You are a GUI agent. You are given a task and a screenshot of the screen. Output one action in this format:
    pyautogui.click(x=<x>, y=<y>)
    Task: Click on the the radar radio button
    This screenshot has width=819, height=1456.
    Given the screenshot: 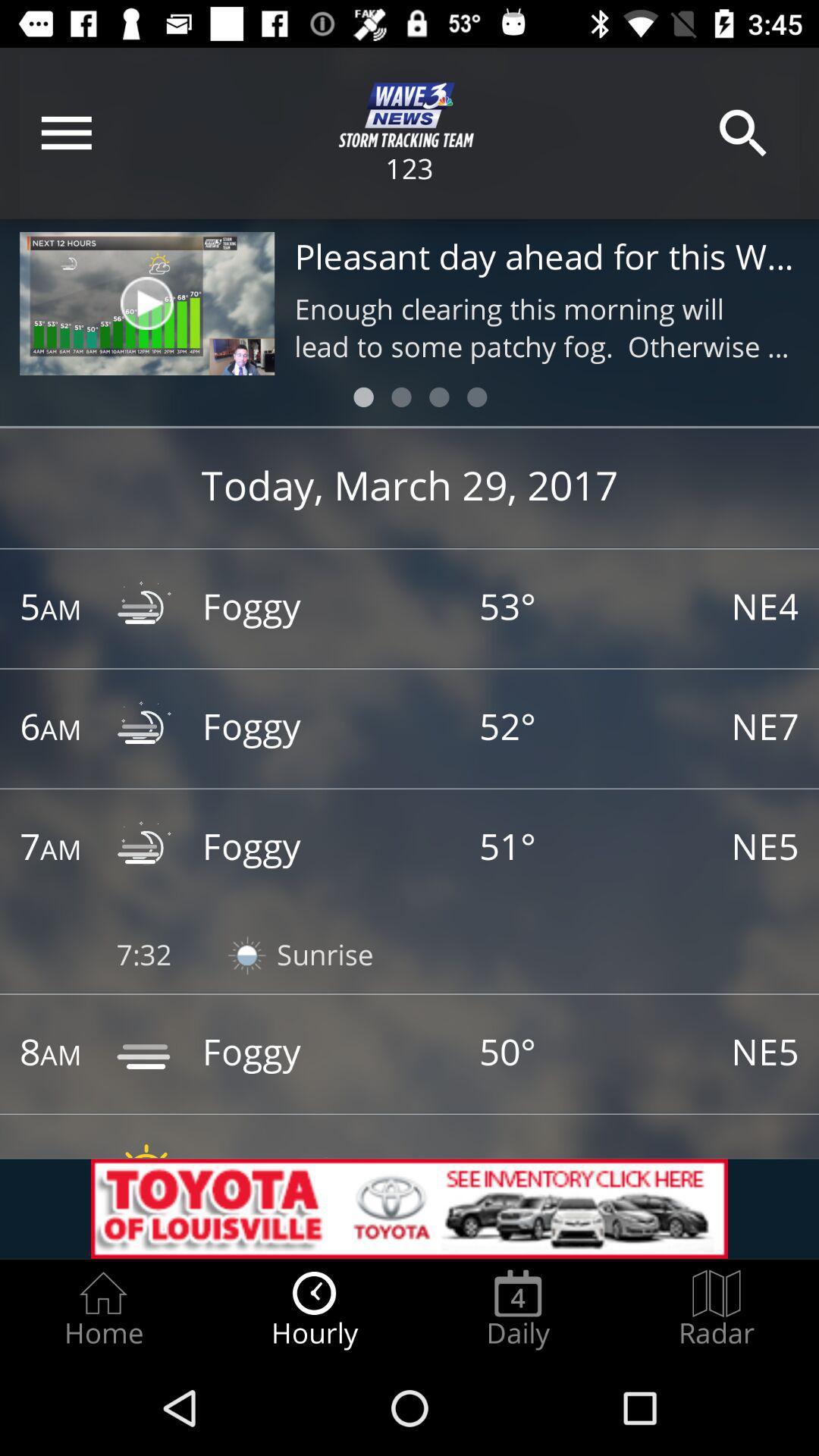 What is the action you would take?
    pyautogui.click(x=717, y=1309)
    